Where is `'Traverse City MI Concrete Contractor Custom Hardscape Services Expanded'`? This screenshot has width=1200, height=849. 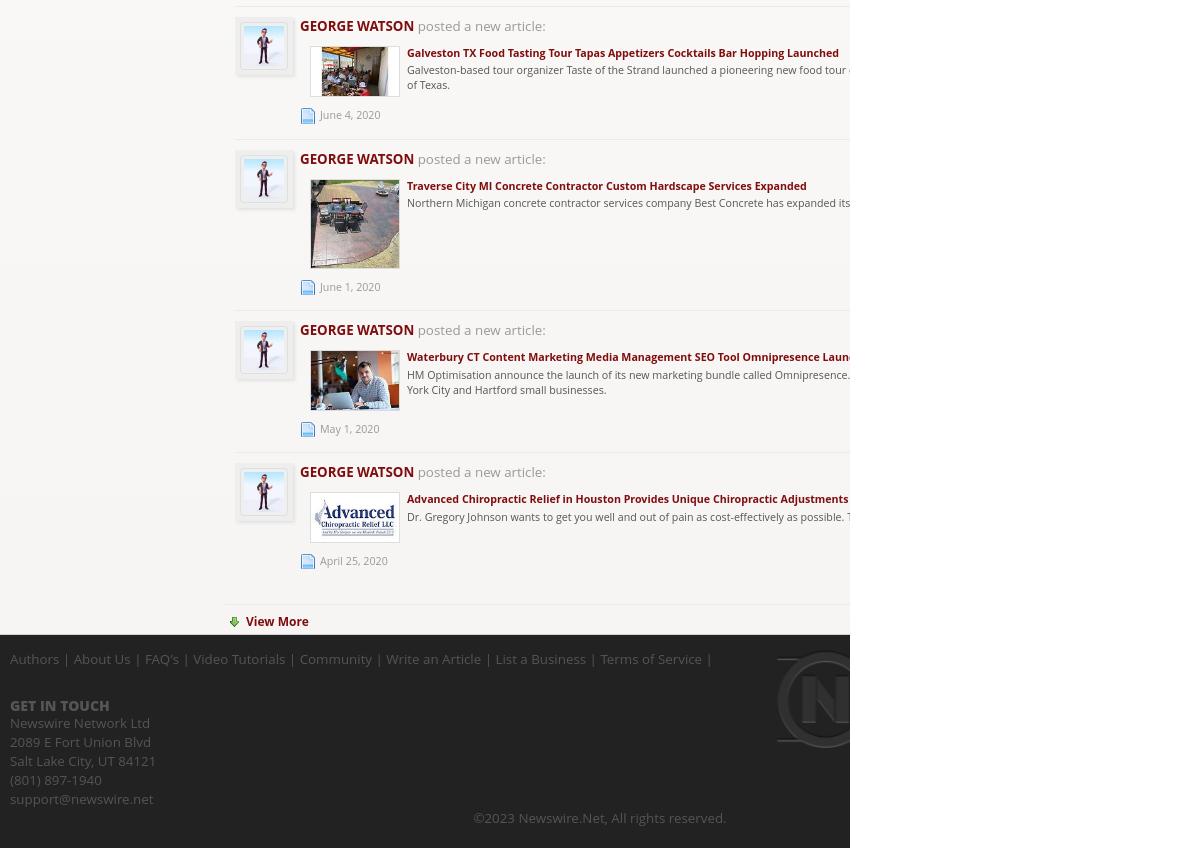
'Traverse City MI Concrete Contractor Custom Hardscape Services Expanded' is located at coordinates (606, 184).